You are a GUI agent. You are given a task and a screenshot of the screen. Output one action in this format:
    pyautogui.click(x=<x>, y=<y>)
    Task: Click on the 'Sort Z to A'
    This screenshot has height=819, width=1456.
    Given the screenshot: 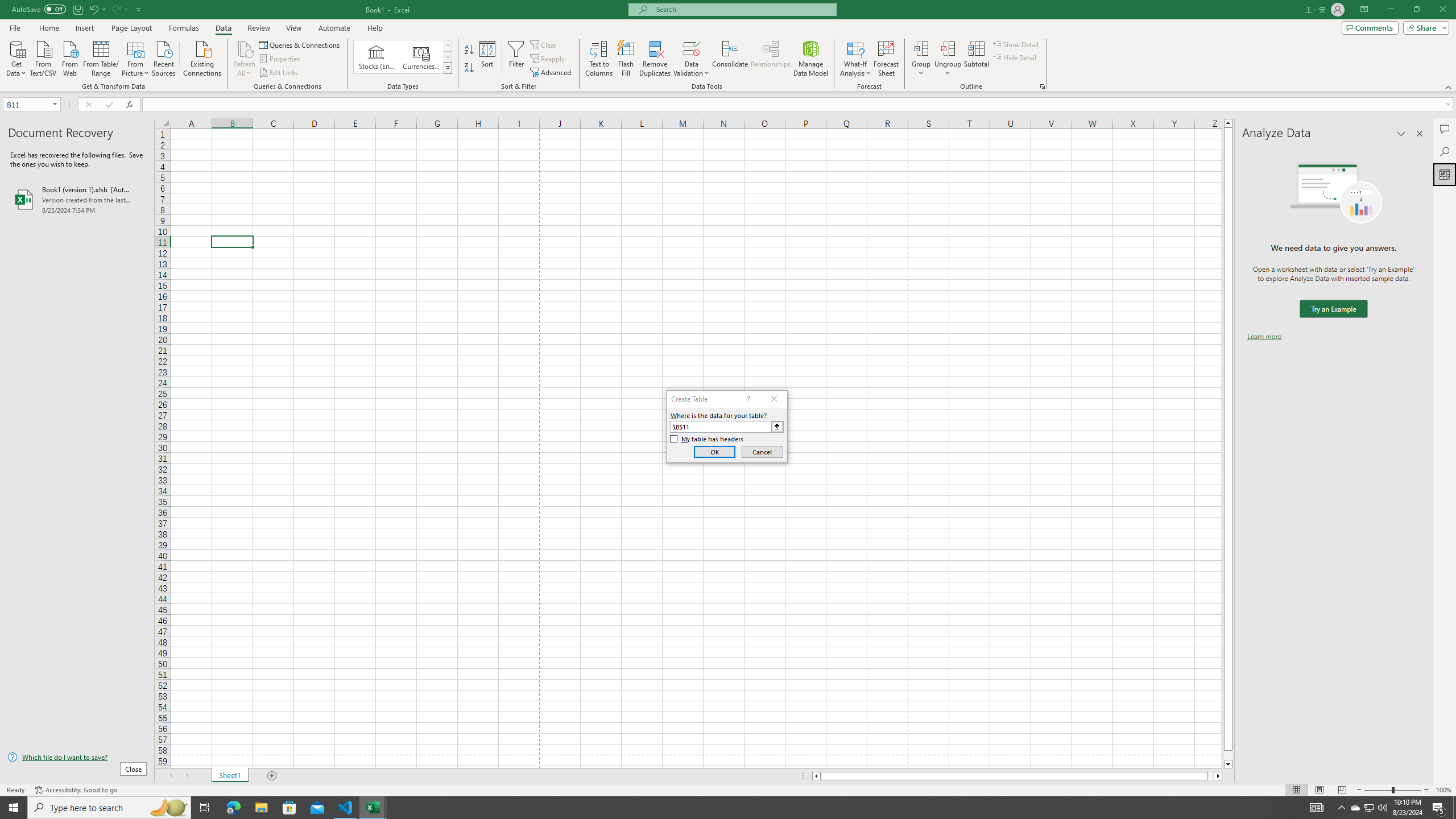 What is the action you would take?
    pyautogui.click(x=469, y=67)
    